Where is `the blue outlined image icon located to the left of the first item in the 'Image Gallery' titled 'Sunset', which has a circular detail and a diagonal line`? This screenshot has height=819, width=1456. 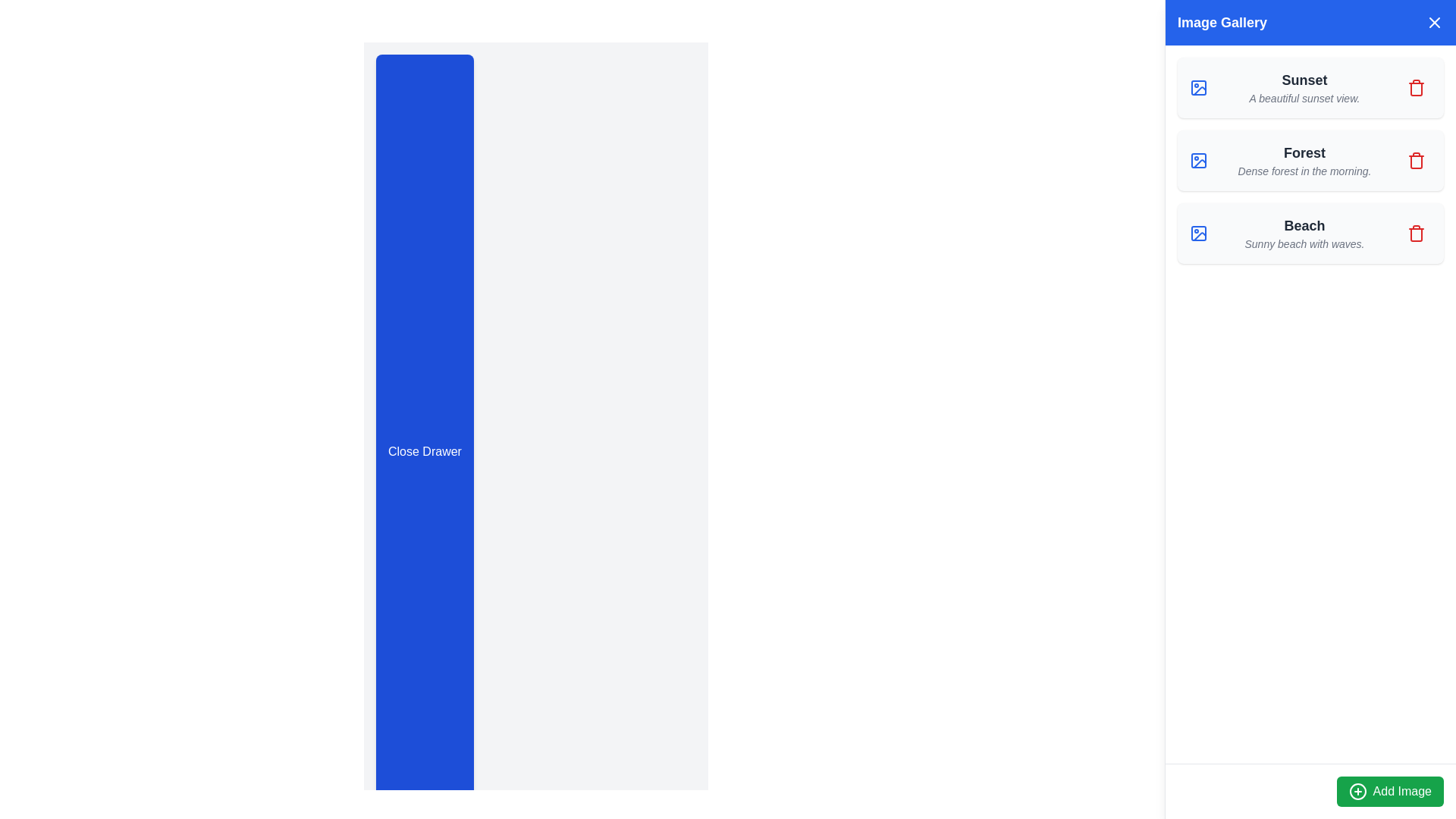
the blue outlined image icon located to the left of the first item in the 'Image Gallery' titled 'Sunset', which has a circular detail and a diagonal line is located at coordinates (1197, 87).